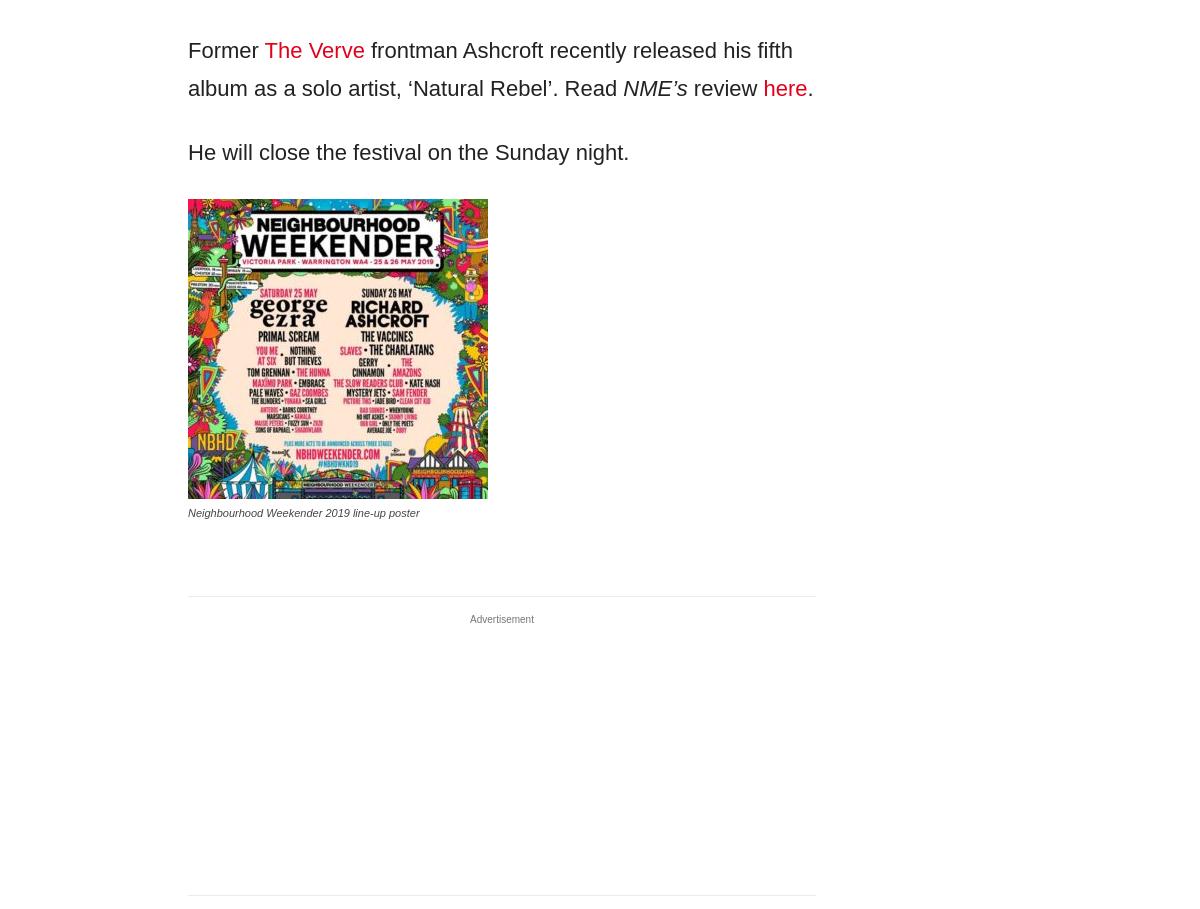 The image size is (1200, 909). What do you see at coordinates (623, 87) in the screenshot?
I see `'NME’s'` at bounding box center [623, 87].